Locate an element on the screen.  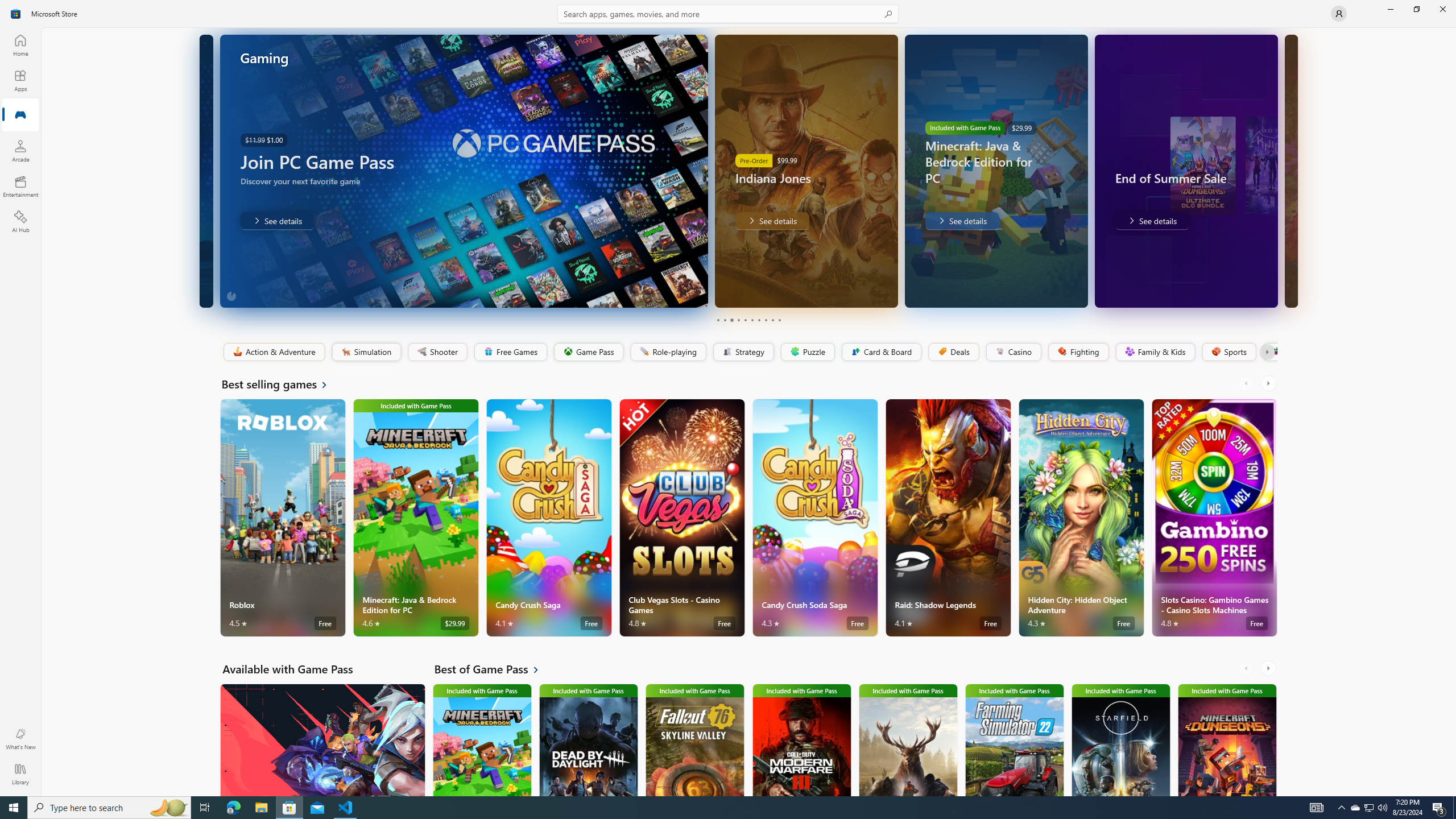
'Family & Kids' is located at coordinates (1155, 351).